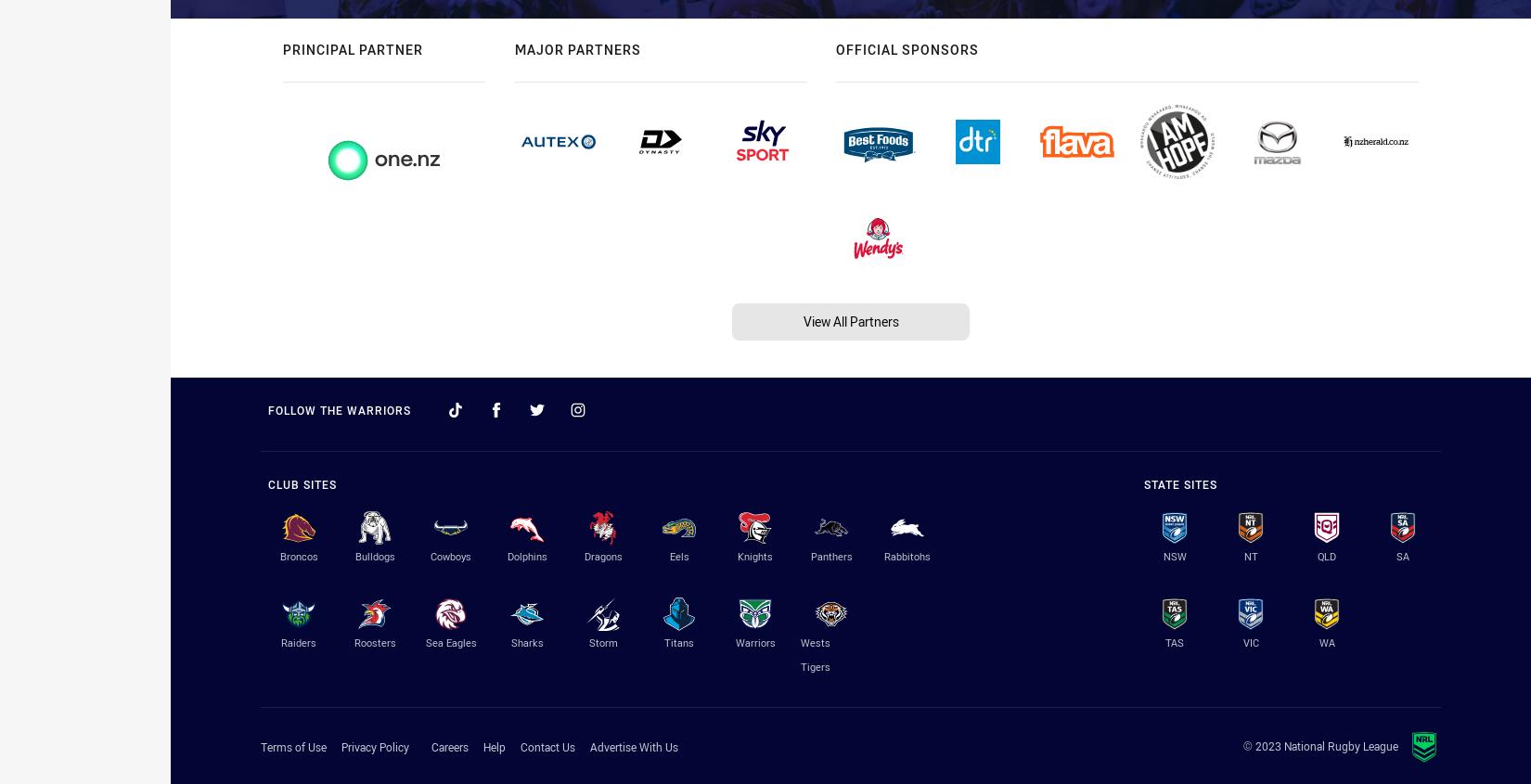 The image size is (1531, 784). I want to click on 'Sharks', so click(525, 641).